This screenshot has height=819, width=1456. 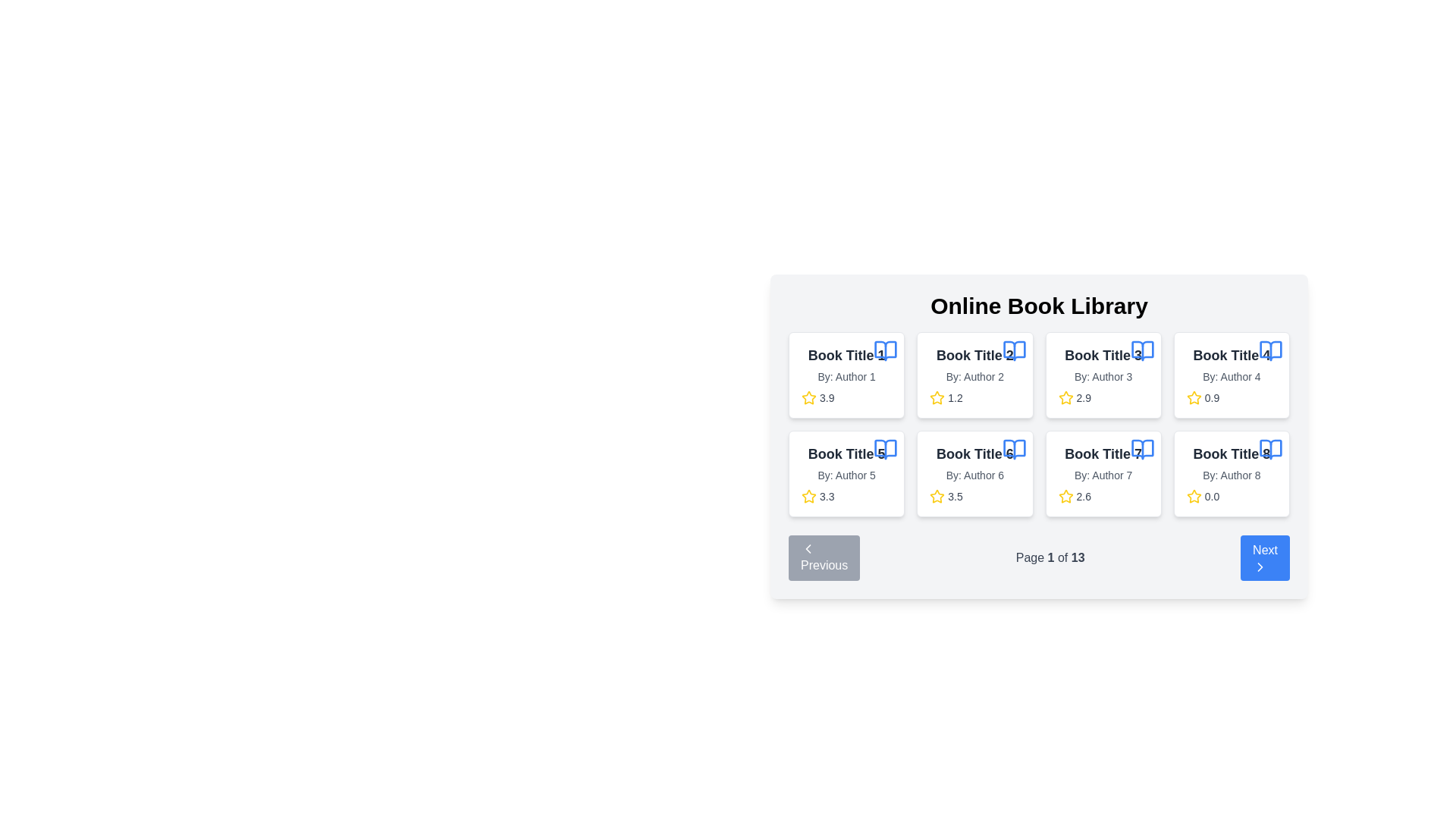 What do you see at coordinates (846, 376) in the screenshot?
I see `the static text label indicating the author of 'Book Title 1', located below the title text and above the rating section in the top-left corner of the card` at bounding box center [846, 376].